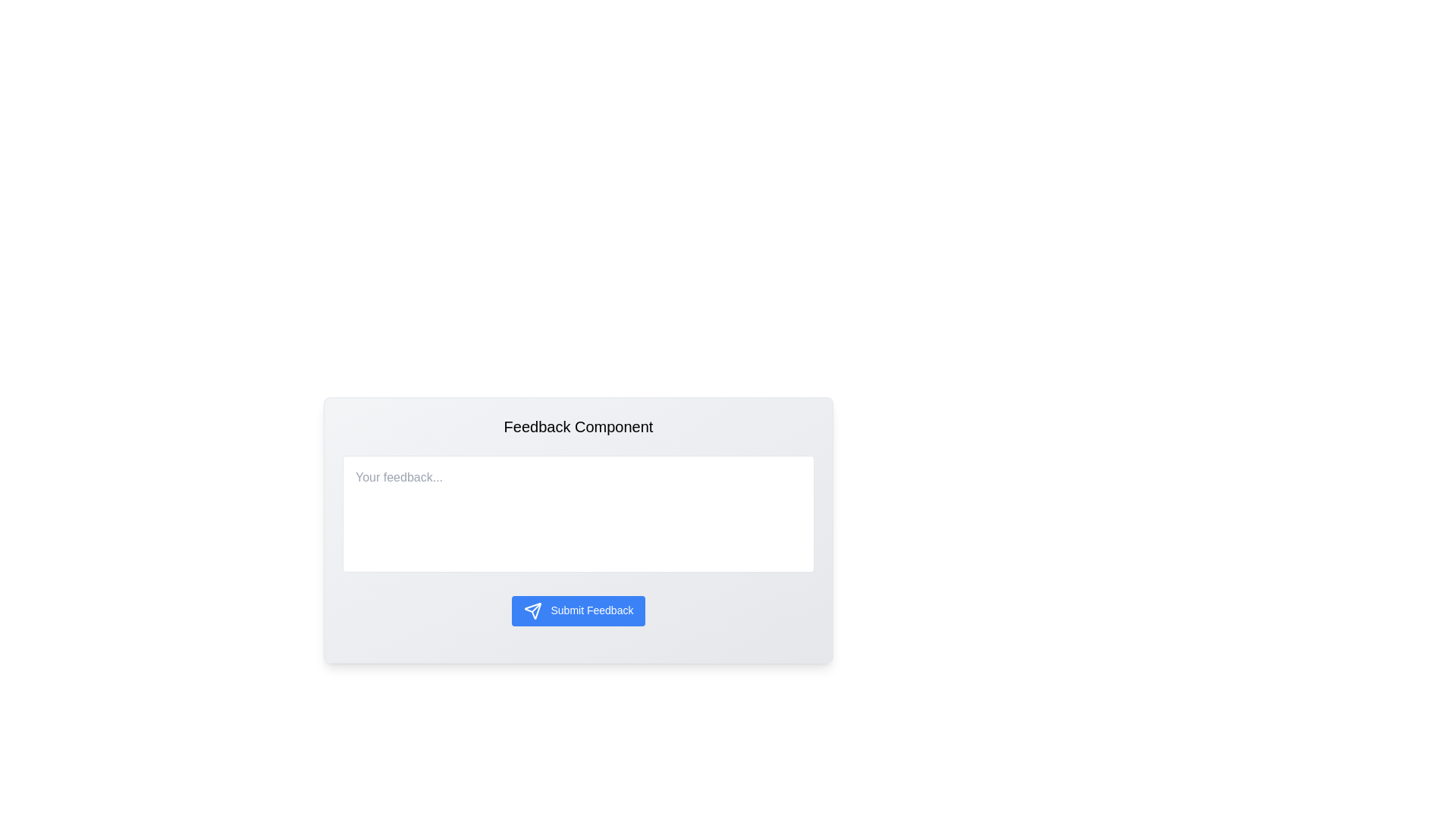  Describe the element at coordinates (532, 610) in the screenshot. I see `the 'Submit Feedback' button containing the arrow icon used for sending feedback` at that location.